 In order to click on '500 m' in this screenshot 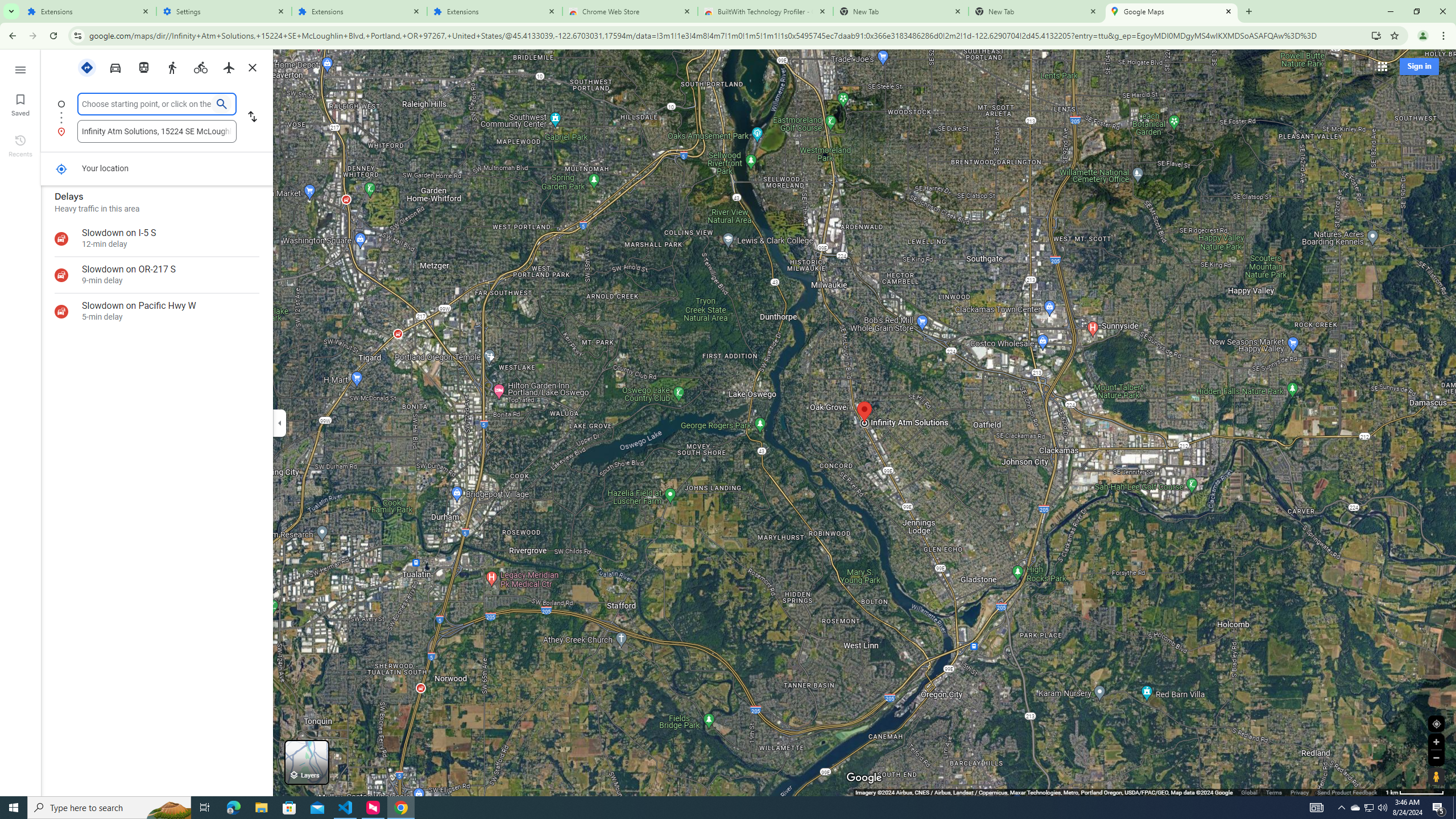, I will do `click(1414, 792)`.